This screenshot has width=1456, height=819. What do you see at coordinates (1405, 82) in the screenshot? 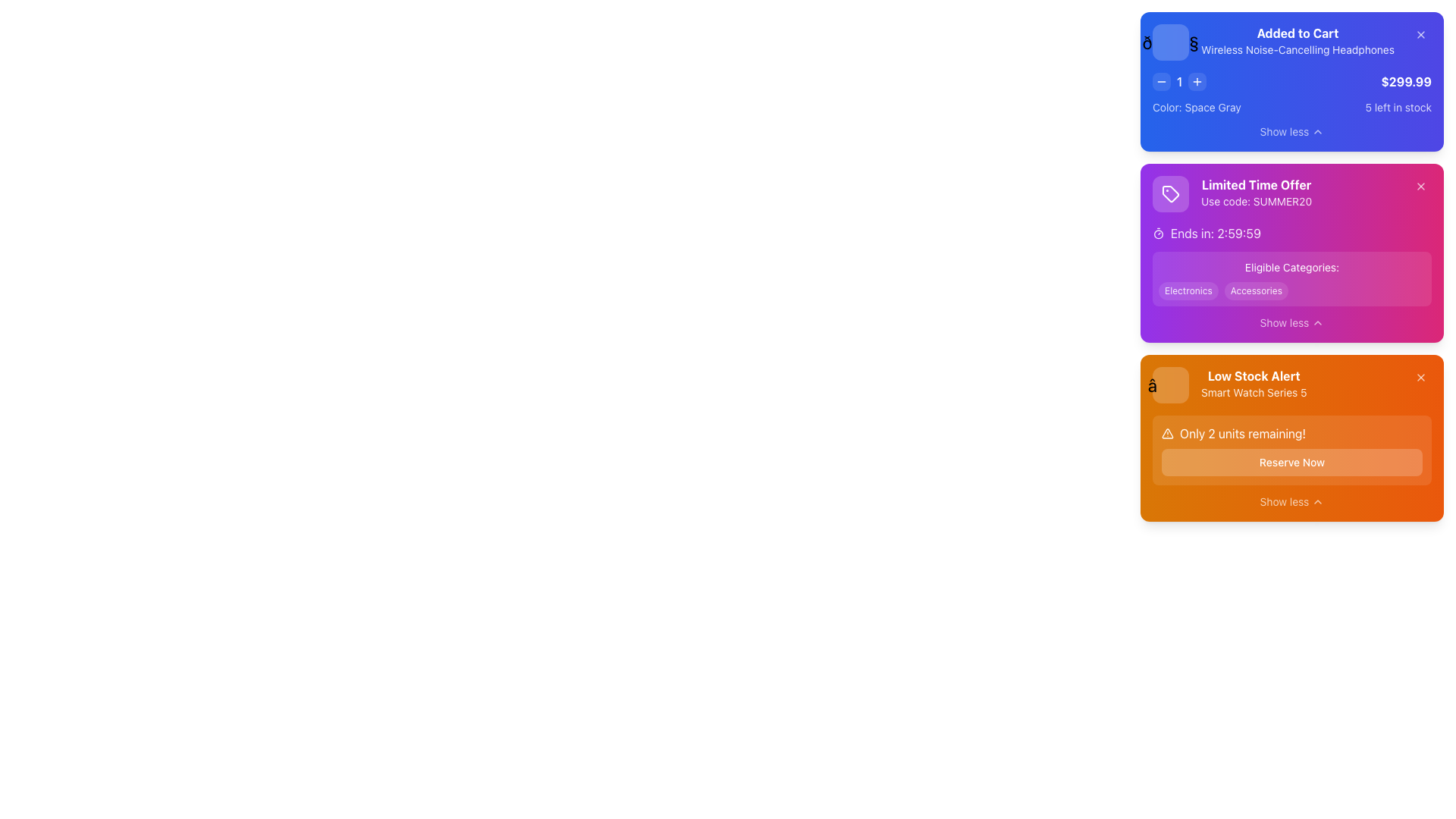
I see `the price label located at the upper-right section inside the blue card titled 'Added to Cart', which indicates the cost of the item` at bounding box center [1405, 82].